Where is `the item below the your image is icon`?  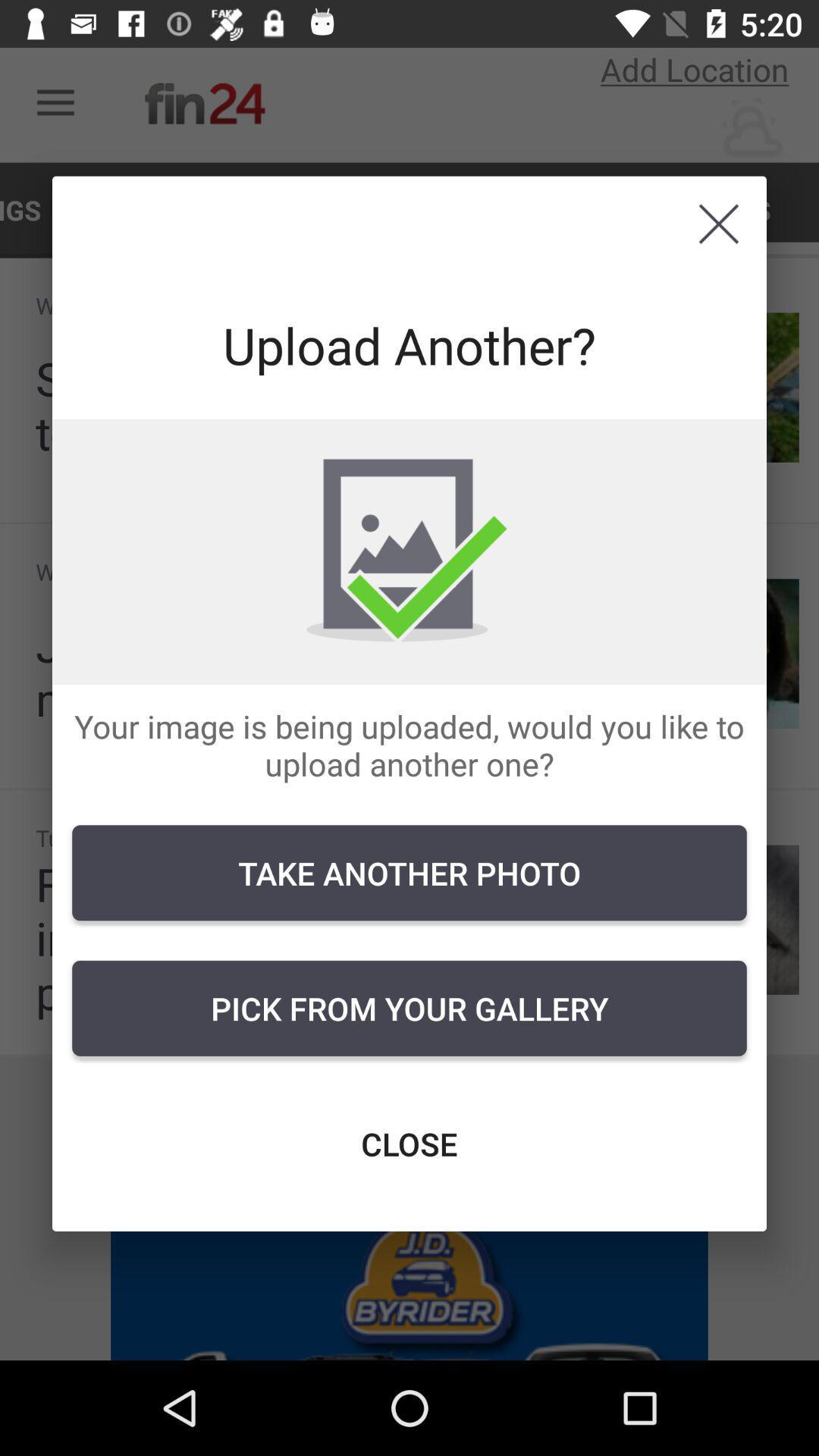
the item below the your image is icon is located at coordinates (409, 873).